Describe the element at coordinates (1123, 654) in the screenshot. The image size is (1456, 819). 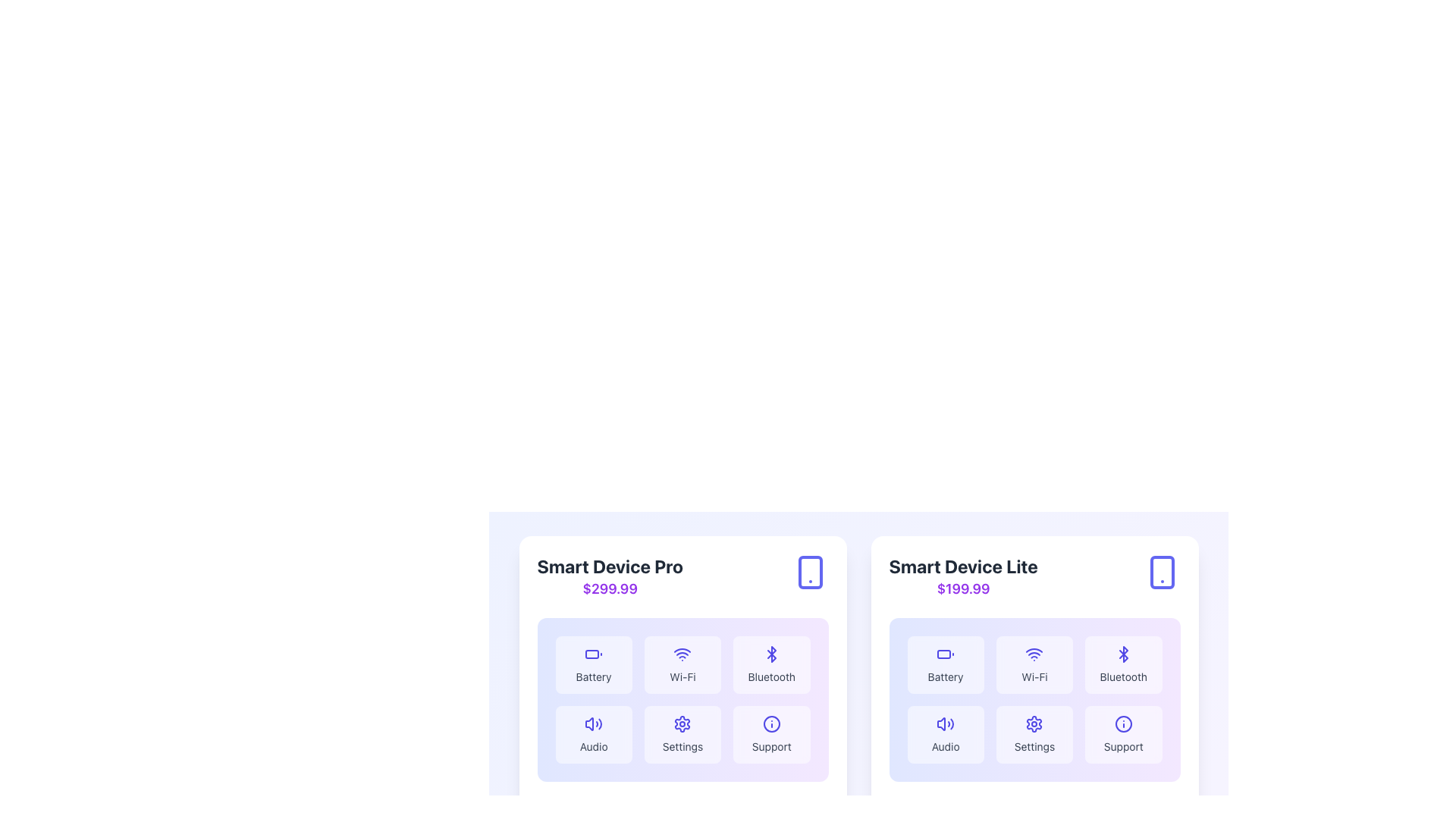
I see `the presence of the Bluetooth icon styled in indigo blue located in the third cell of the grid under the 'Smart Device Lite' card heading` at that location.